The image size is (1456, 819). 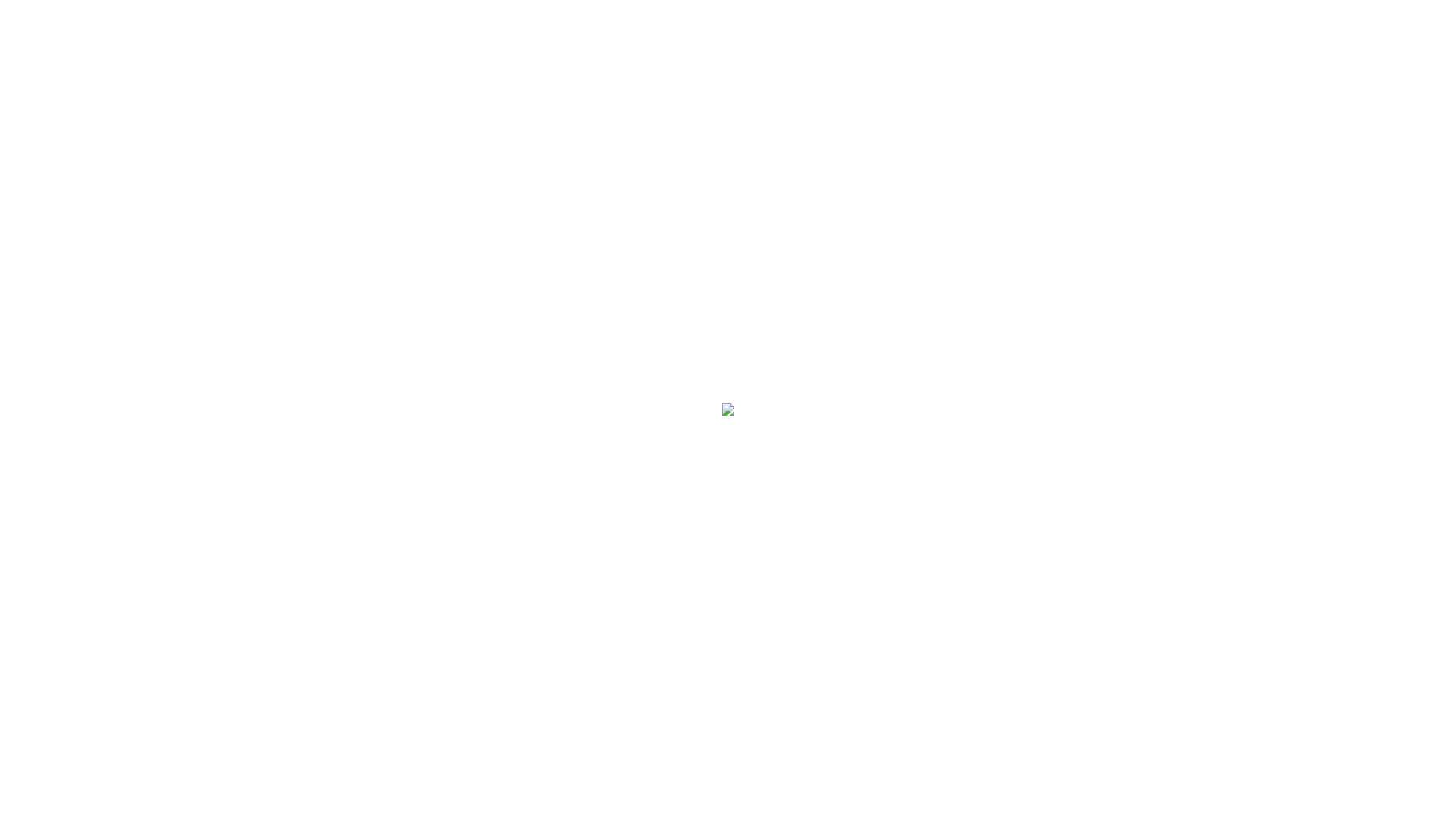 What do you see at coordinates (93, 88) in the screenshot?
I see `'RESTAURANT'` at bounding box center [93, 88].